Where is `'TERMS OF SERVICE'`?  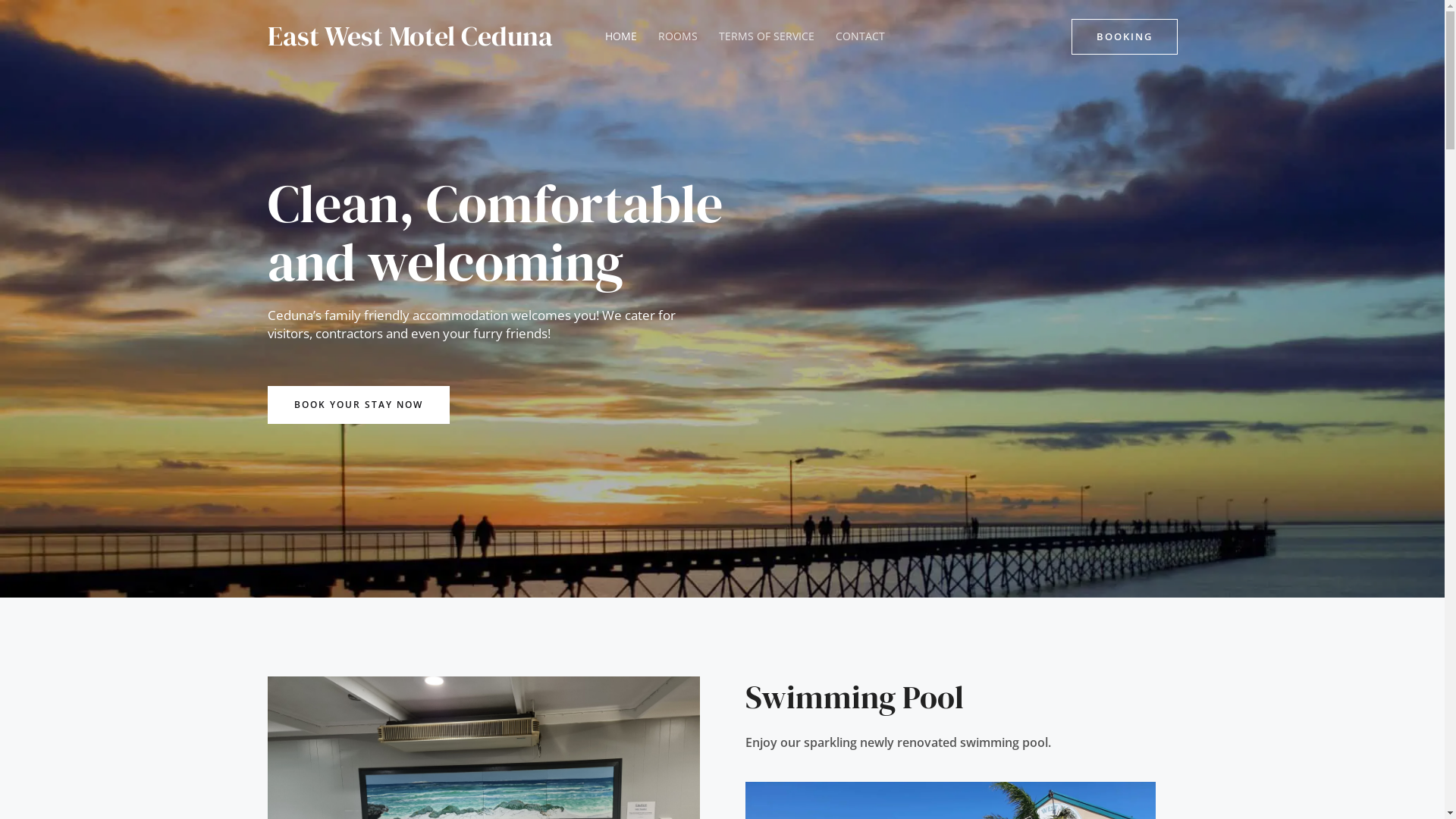 'TERMS OF SERVICE' is located at coordinates (767, 35).